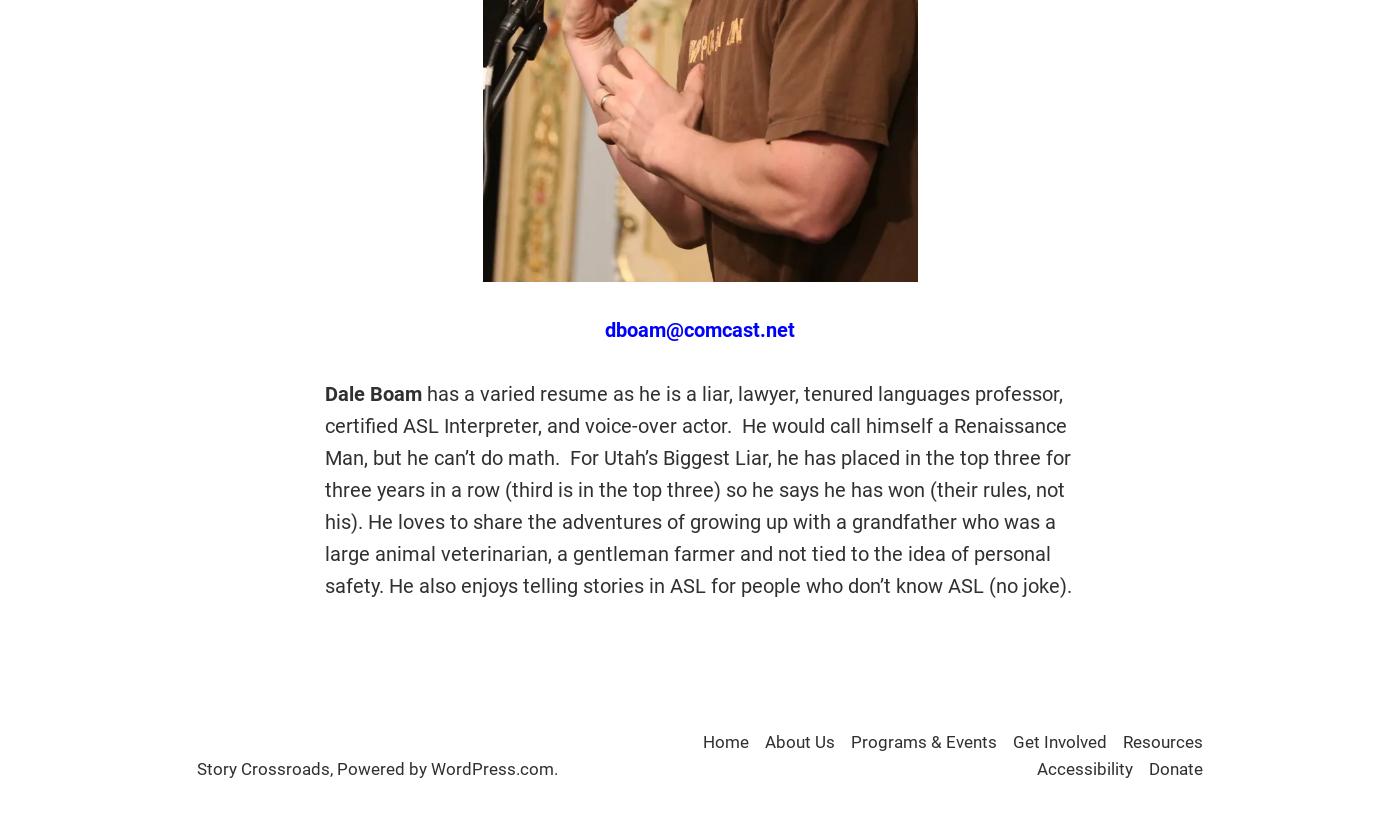  Describe the element at coordinates (726, 741) in the screenshot. I see `'Home'` at that location.